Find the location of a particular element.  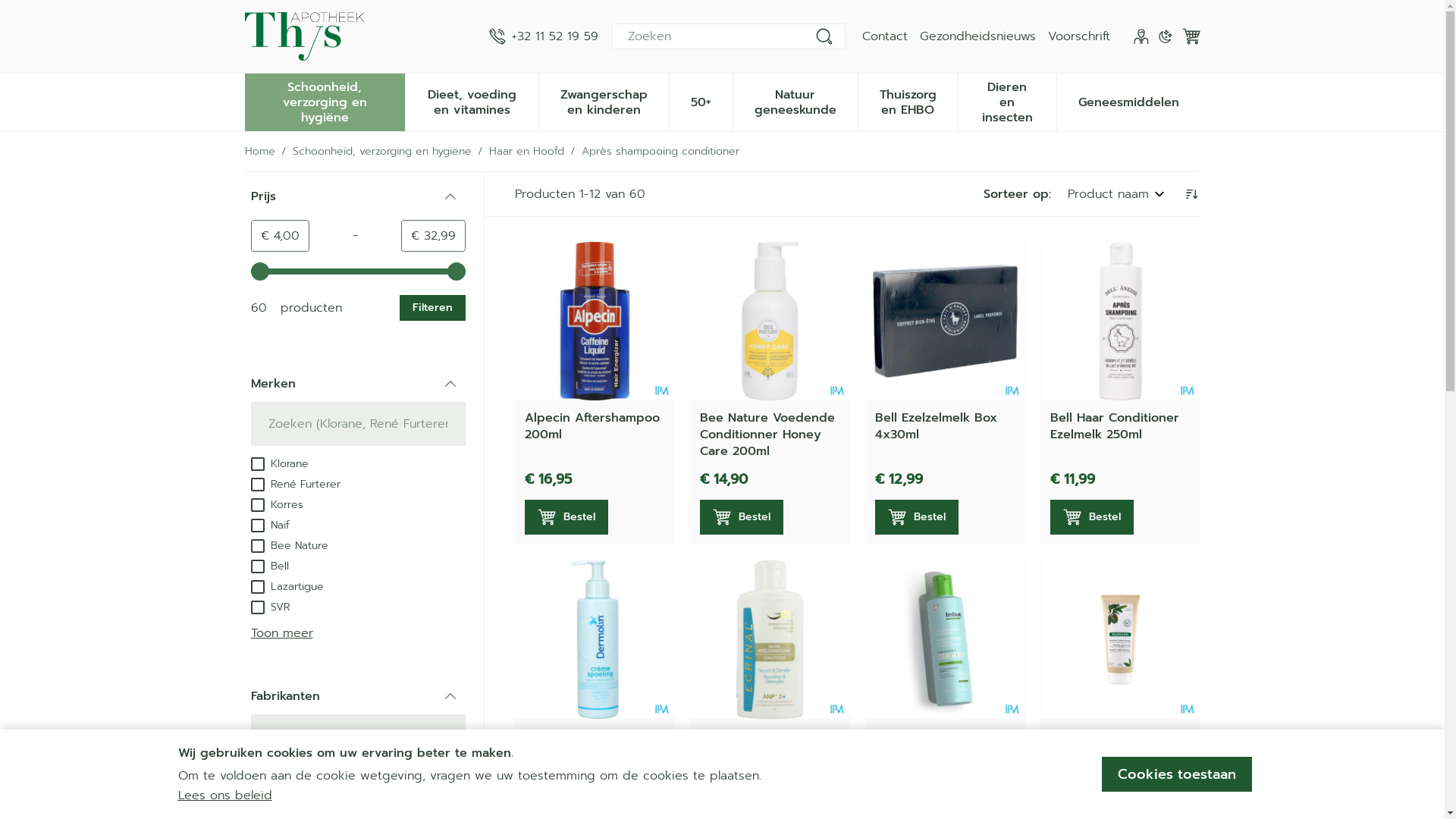

'Aflopende richting instellen' is located at coordinates (1189, 193).